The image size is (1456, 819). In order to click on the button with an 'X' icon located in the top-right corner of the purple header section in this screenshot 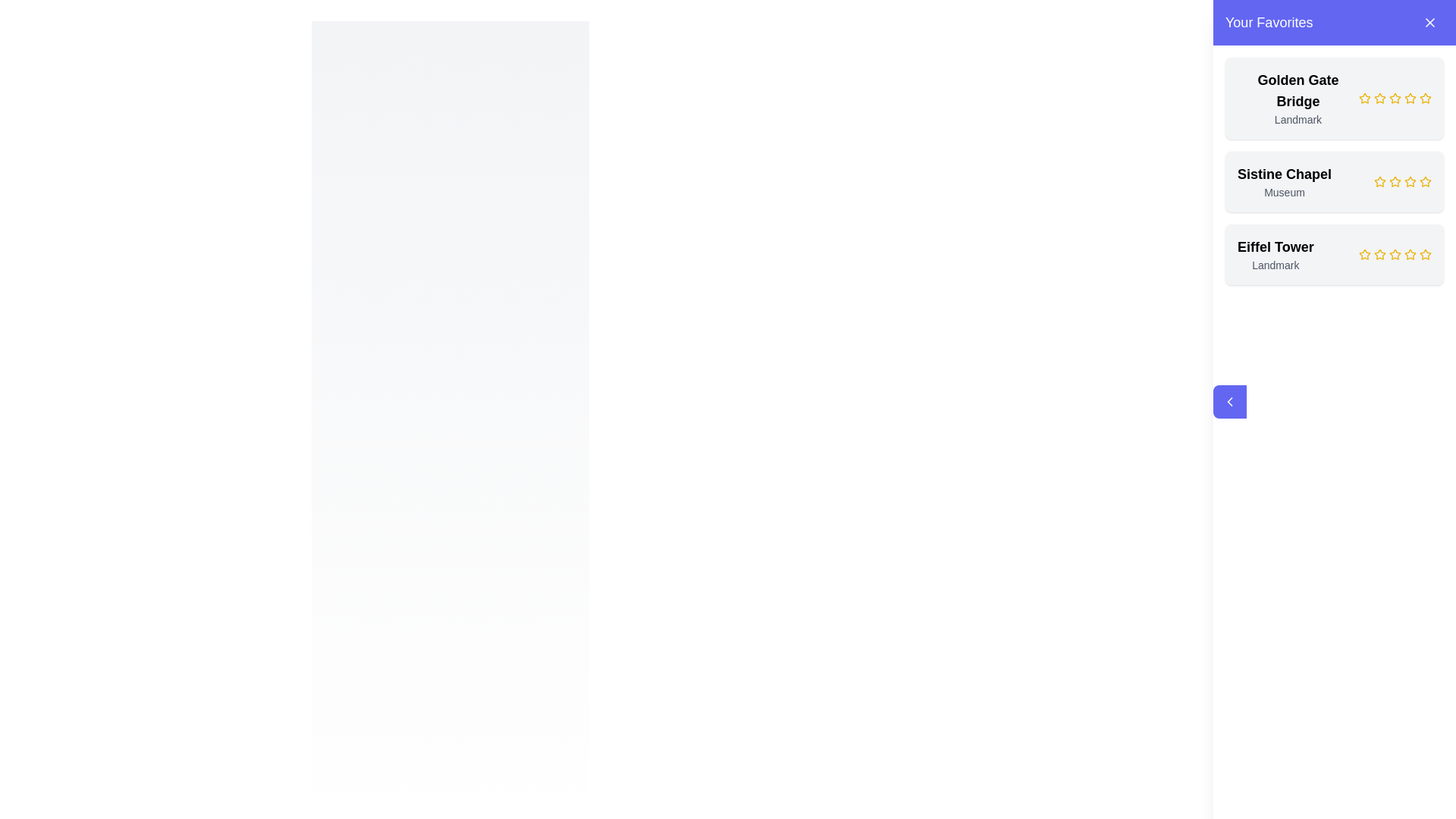, I will do `click(1429, 23)`.